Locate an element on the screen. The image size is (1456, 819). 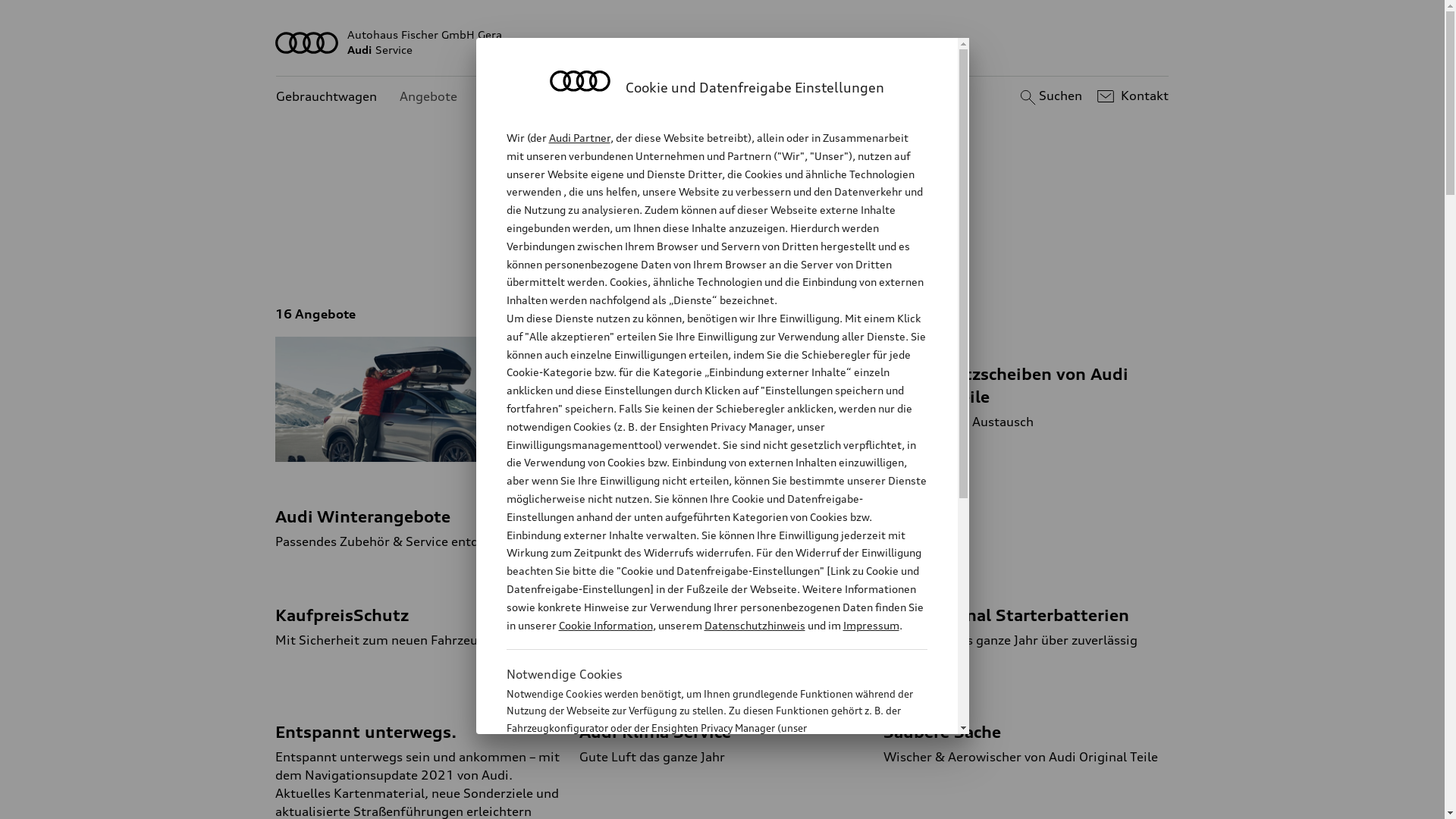
'Suchen' is located at coordinates (1015, 96).